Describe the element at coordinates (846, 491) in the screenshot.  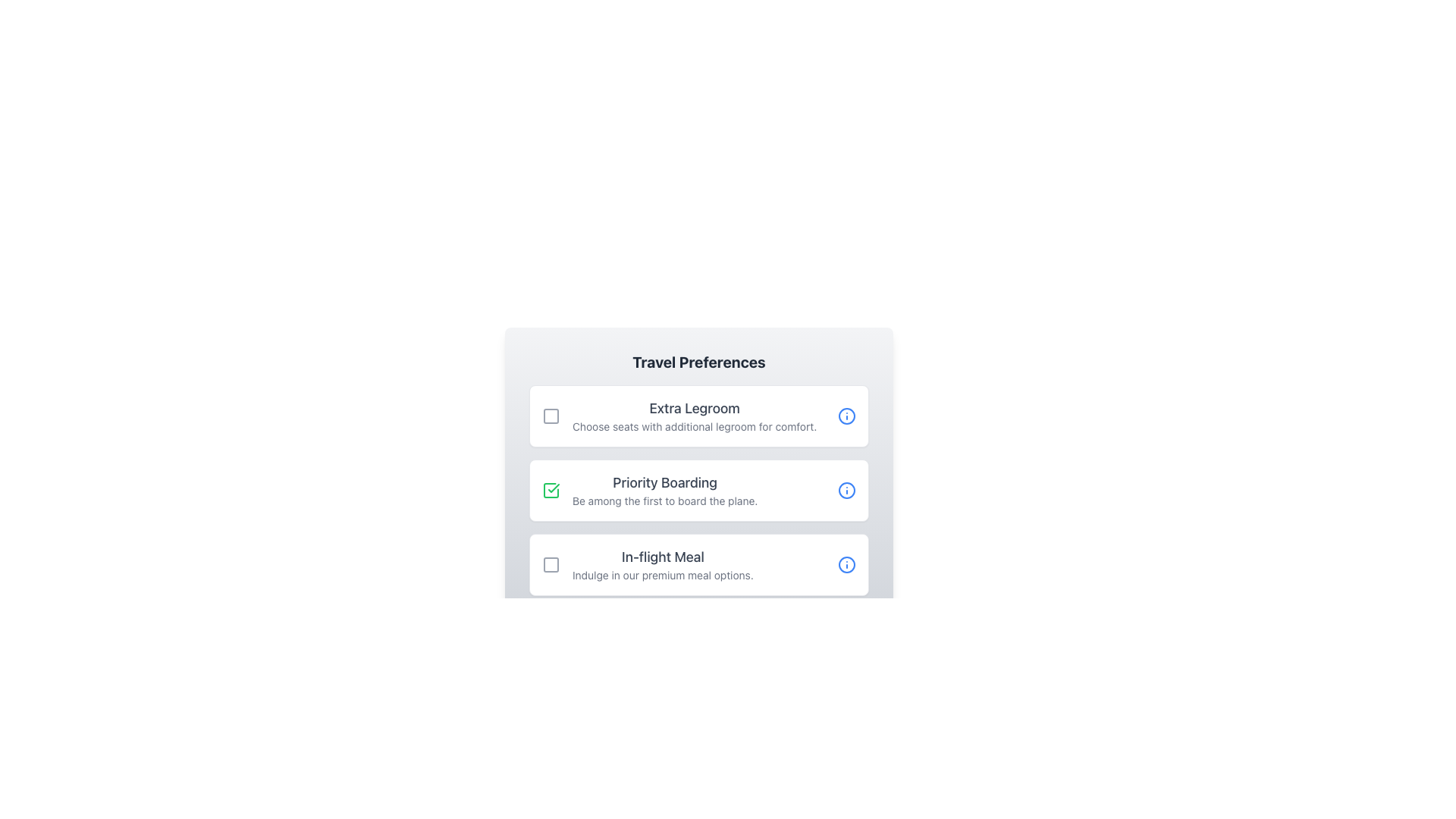
I see `the circular icon base with a blue outline and white interior, located to the right of the 'Priority Boarding' option in the 'Travel Preferences' section` at that location.